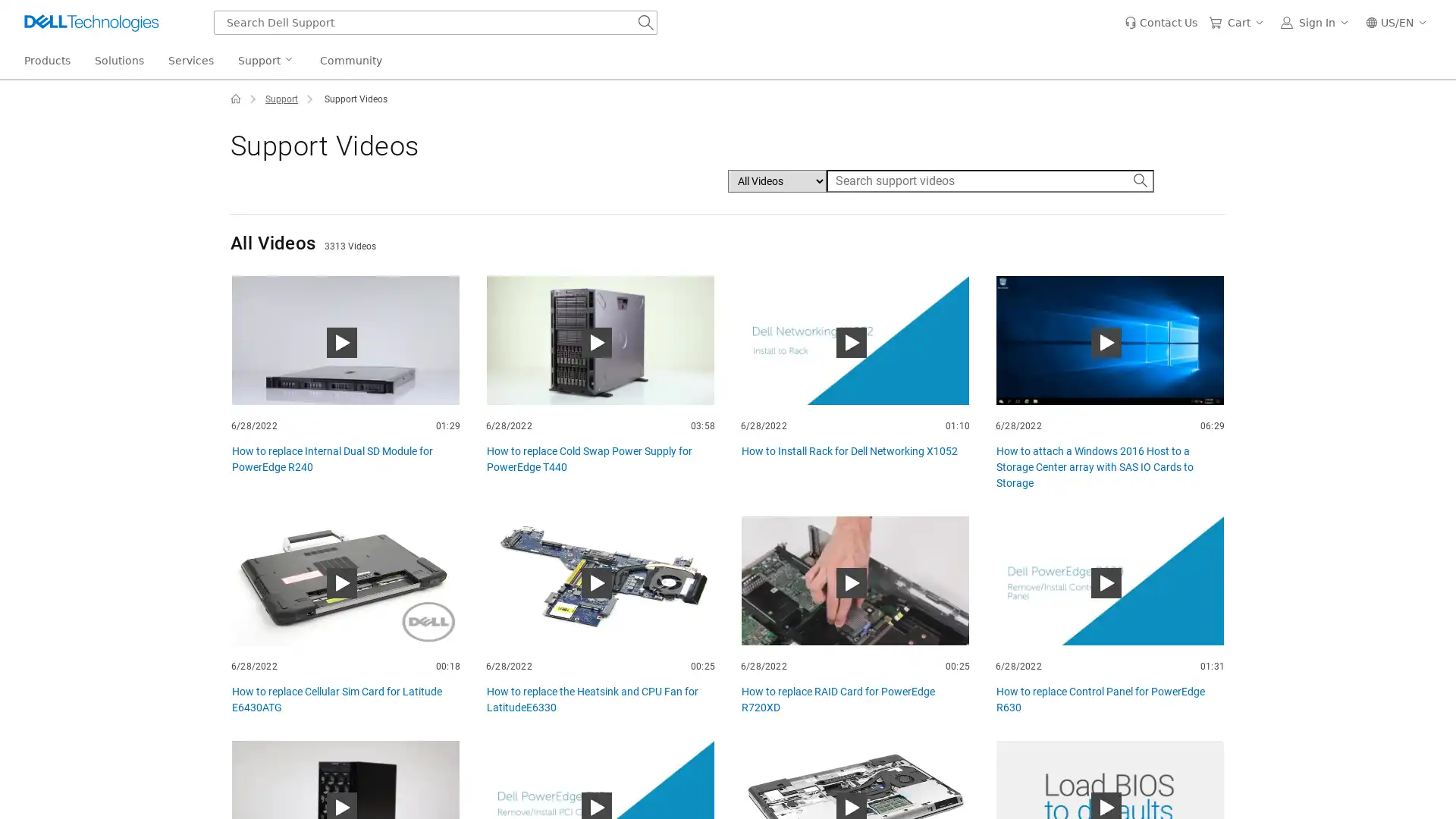 The width and height of the screenshot is (1456, 819). Describe the element at coordinates (345, 580) in the screenshot. I see `How to replace Cellular Sim Card for Latitude E6430ATG Play` at that location.